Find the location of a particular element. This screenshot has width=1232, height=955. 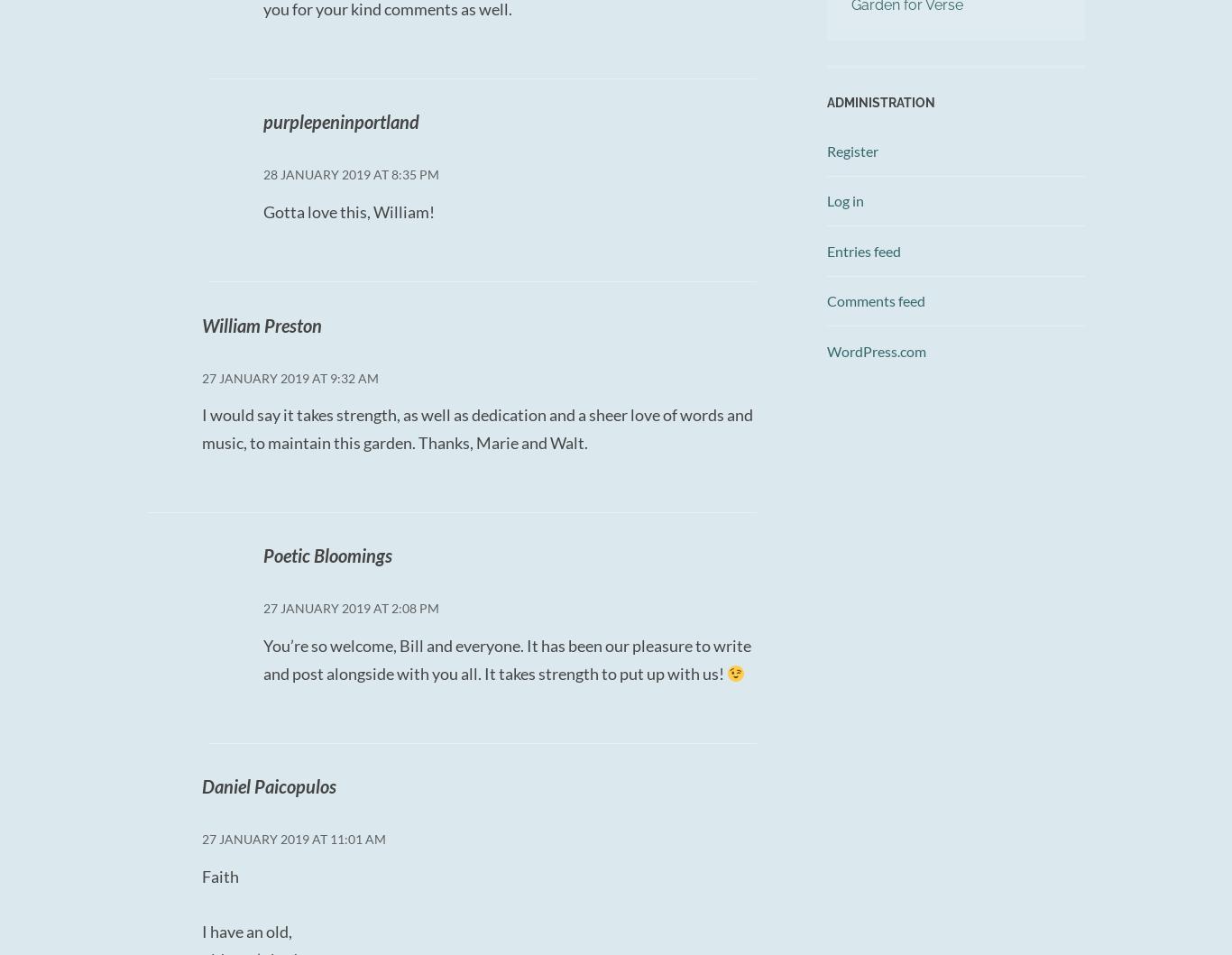

'Poetic Bloomings' is located at coordinates (326, 555).